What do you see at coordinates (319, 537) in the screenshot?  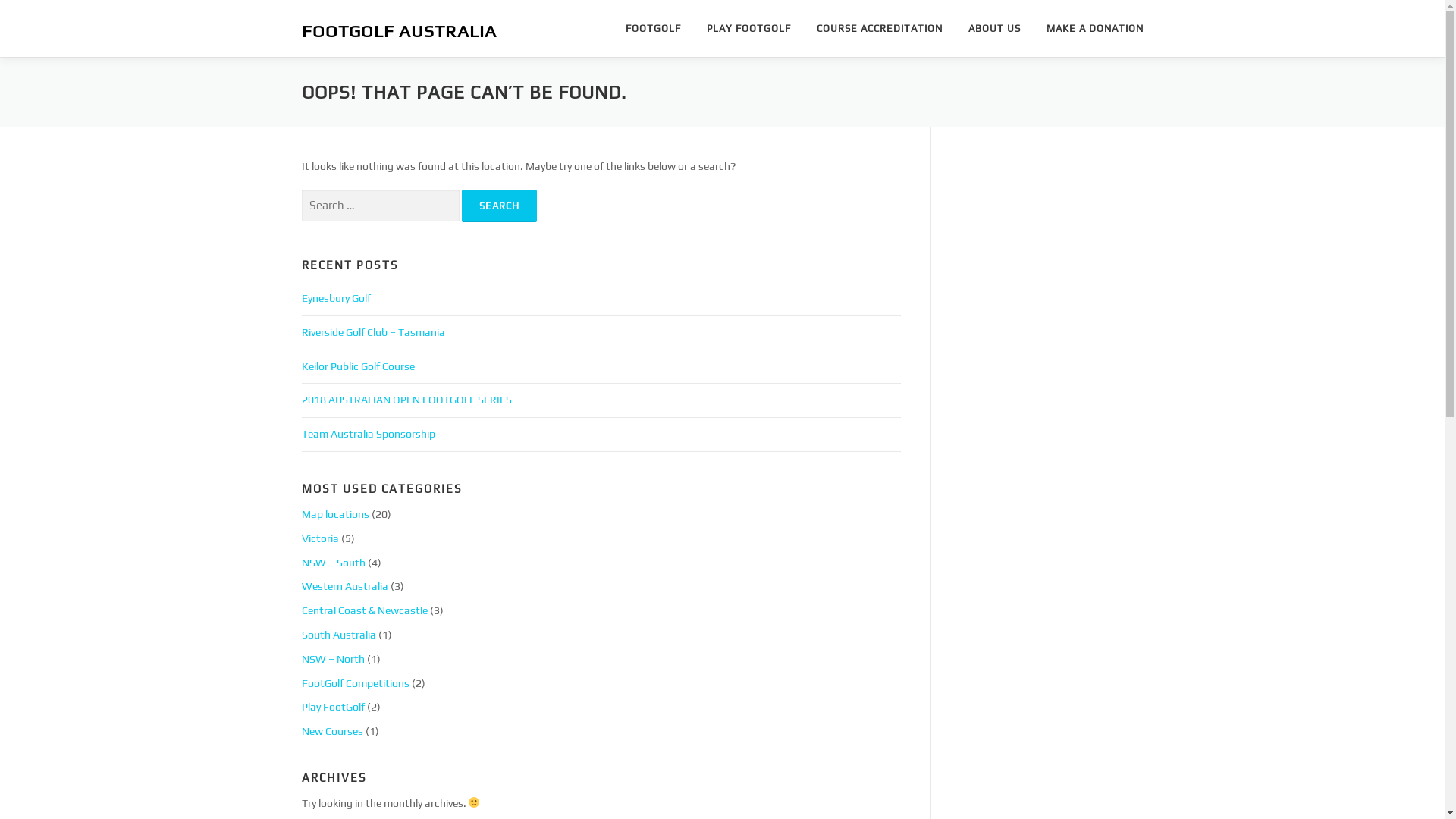 I see `'Victoria'` at bounding box center [319, 537].